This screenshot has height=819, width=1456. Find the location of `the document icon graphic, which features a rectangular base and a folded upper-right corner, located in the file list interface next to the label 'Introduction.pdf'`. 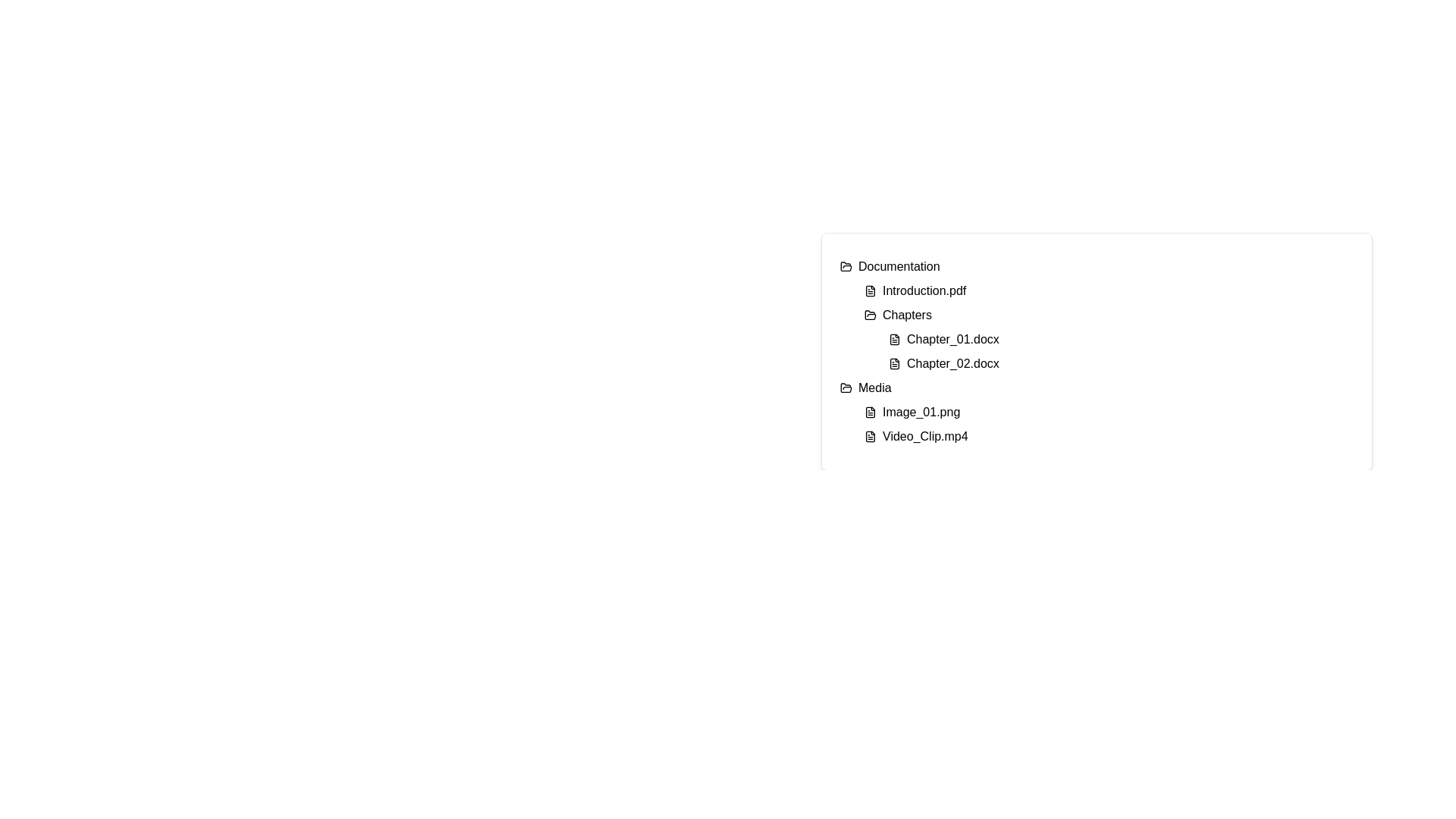

the document icon graphic, which features a rectangular base and a folded upper-right corner, located in the file list interface next to the label 'Introduction.pdf' is located at coordinates (870, 291).